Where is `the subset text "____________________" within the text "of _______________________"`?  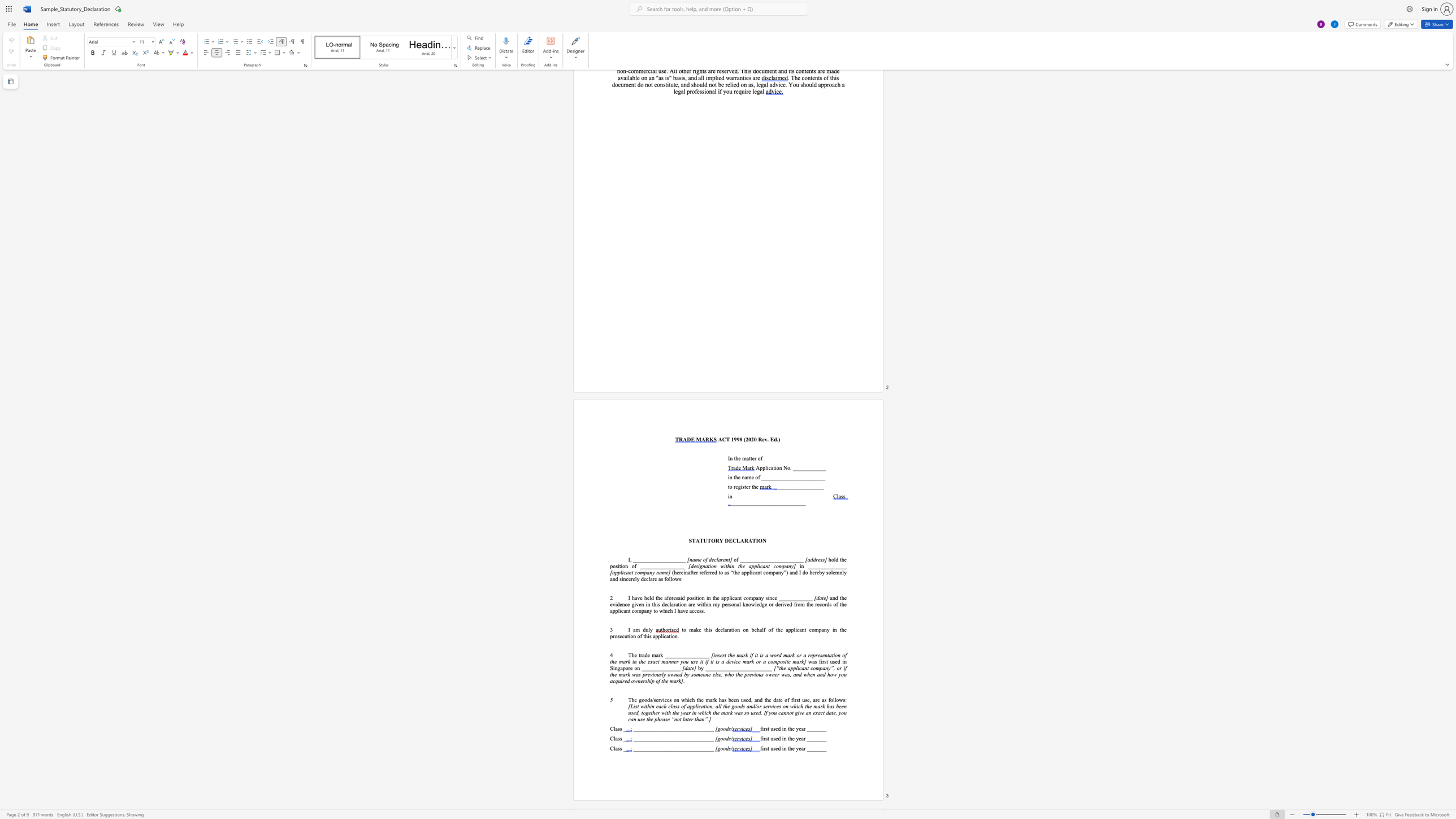
the subset text "____________________" within the text "of _______________________" is located at coordinates (739, 559).